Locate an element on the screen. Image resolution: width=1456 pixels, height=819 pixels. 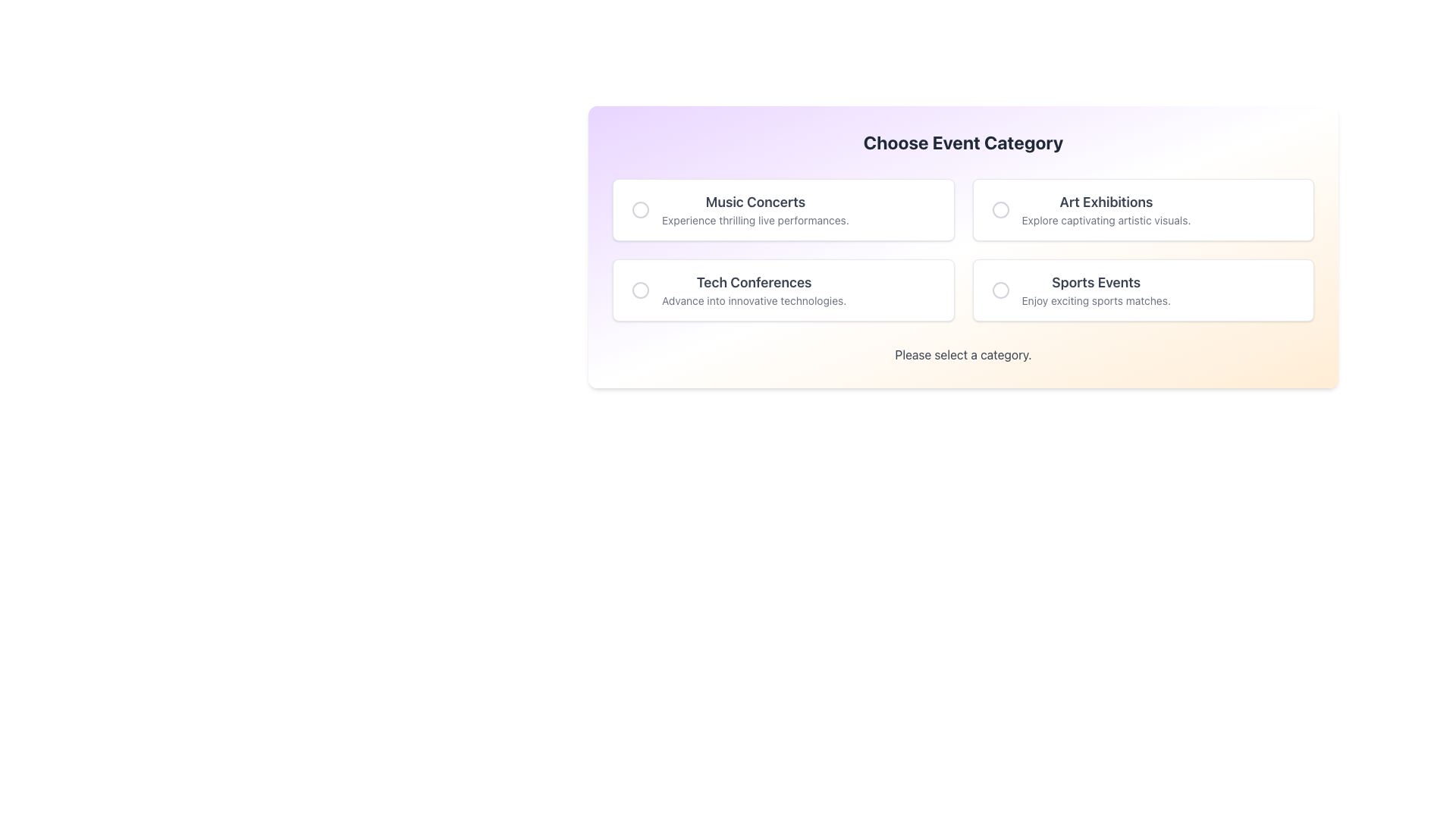
circular radio button indicator located within the 'Art Exhibitions' card, positioned to the left of the title is located at coordinates (1000, 210).